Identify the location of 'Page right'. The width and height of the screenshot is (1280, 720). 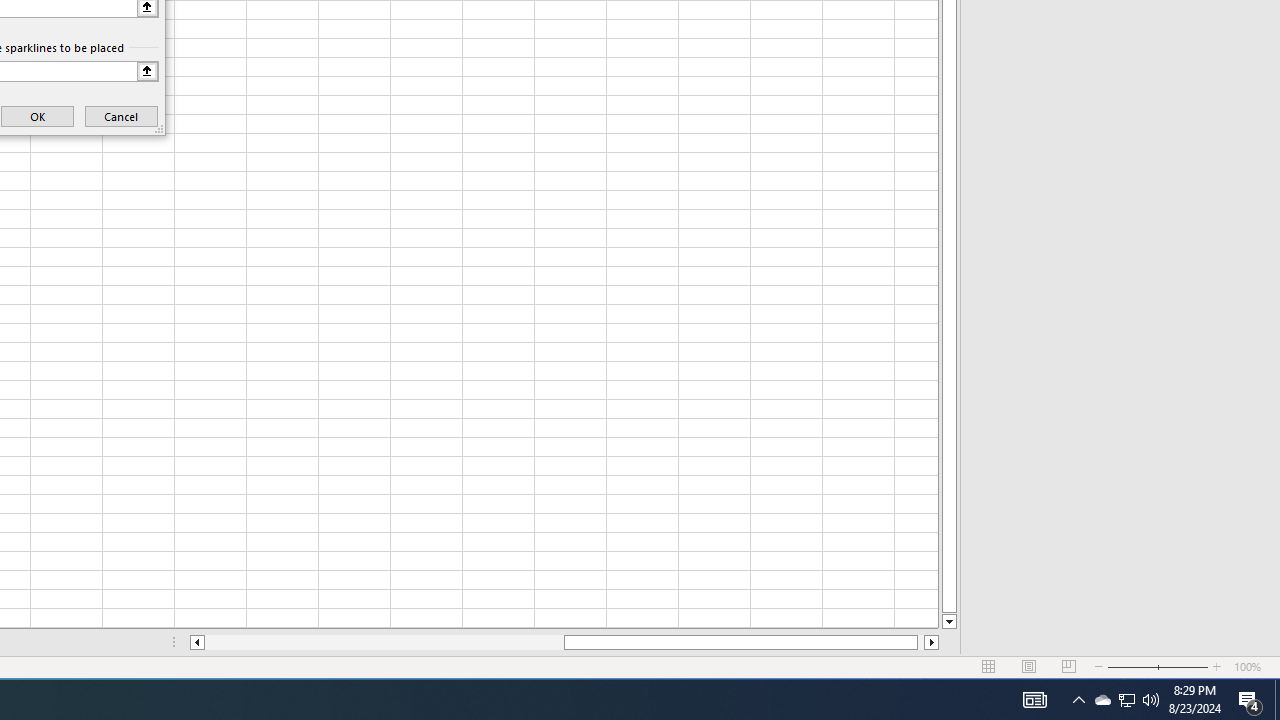
(919, 642).